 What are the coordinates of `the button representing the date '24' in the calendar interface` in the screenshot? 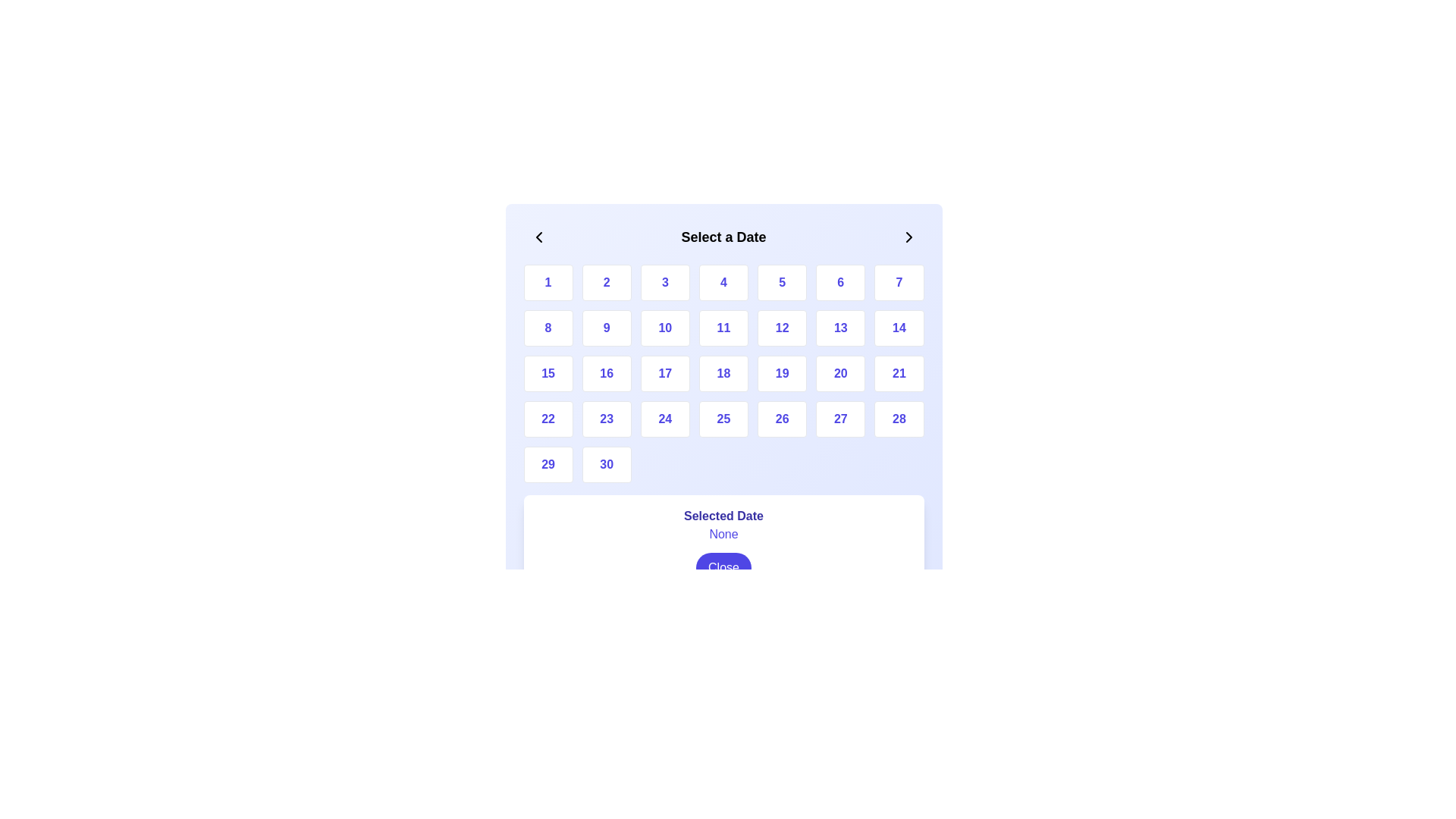 It's located at (665, 419).